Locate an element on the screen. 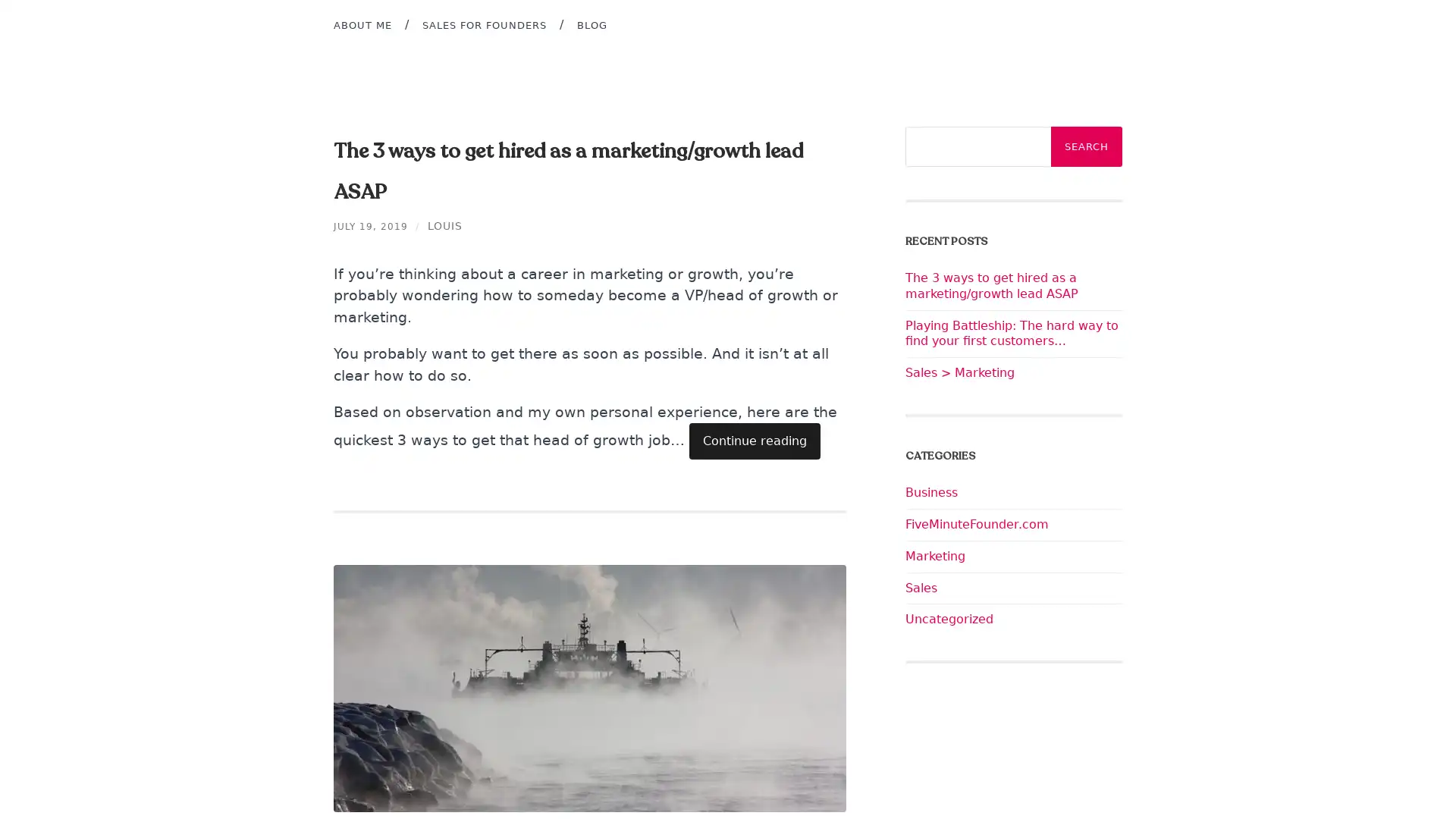 The width and height of the screenshot is (1456, 819). Search is located at coordinates (1086, 146).